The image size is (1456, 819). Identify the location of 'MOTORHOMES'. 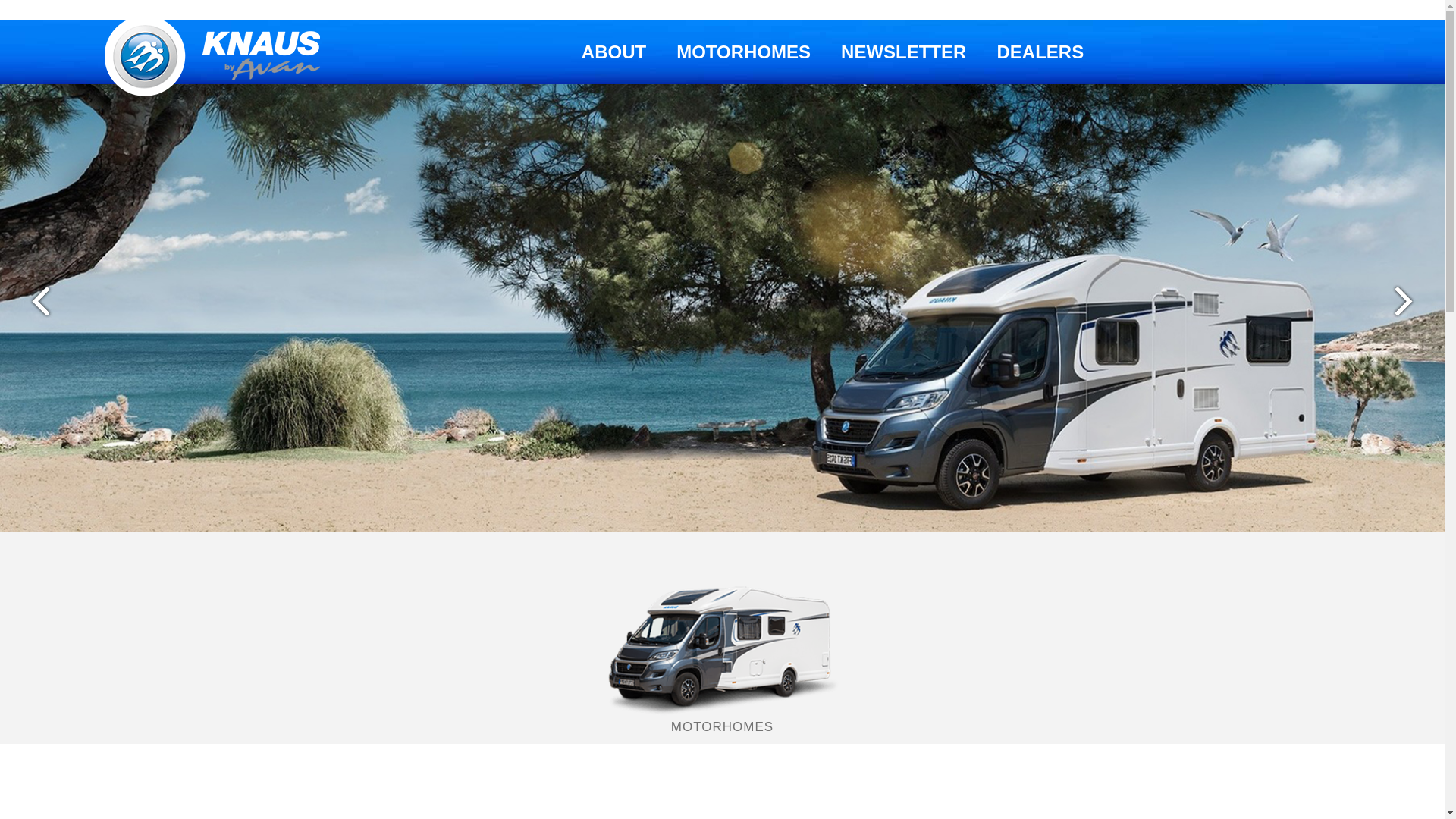
(661, 51).